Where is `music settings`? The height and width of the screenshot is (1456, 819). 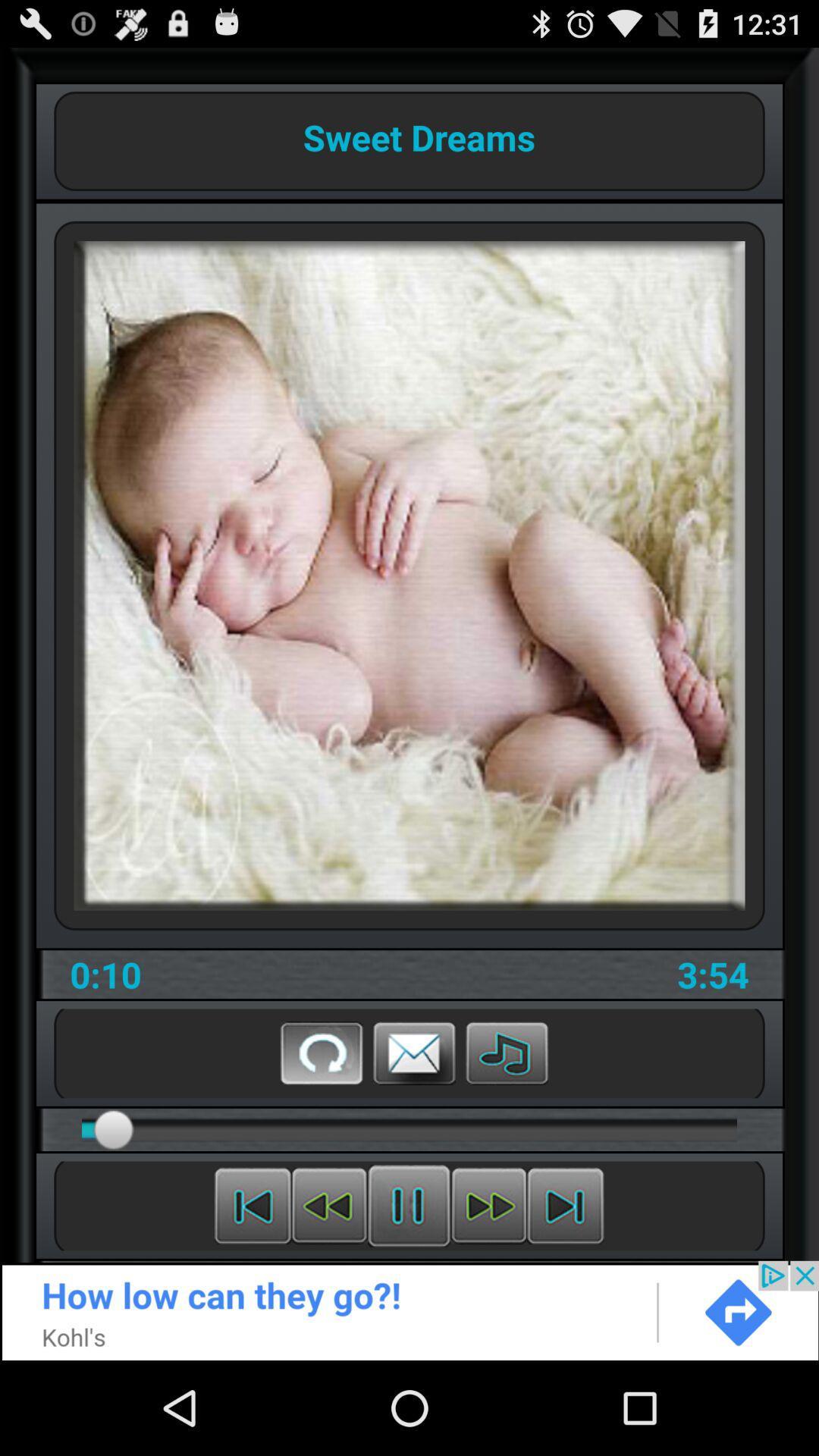 music settings is located at coordinates (507, 1052).